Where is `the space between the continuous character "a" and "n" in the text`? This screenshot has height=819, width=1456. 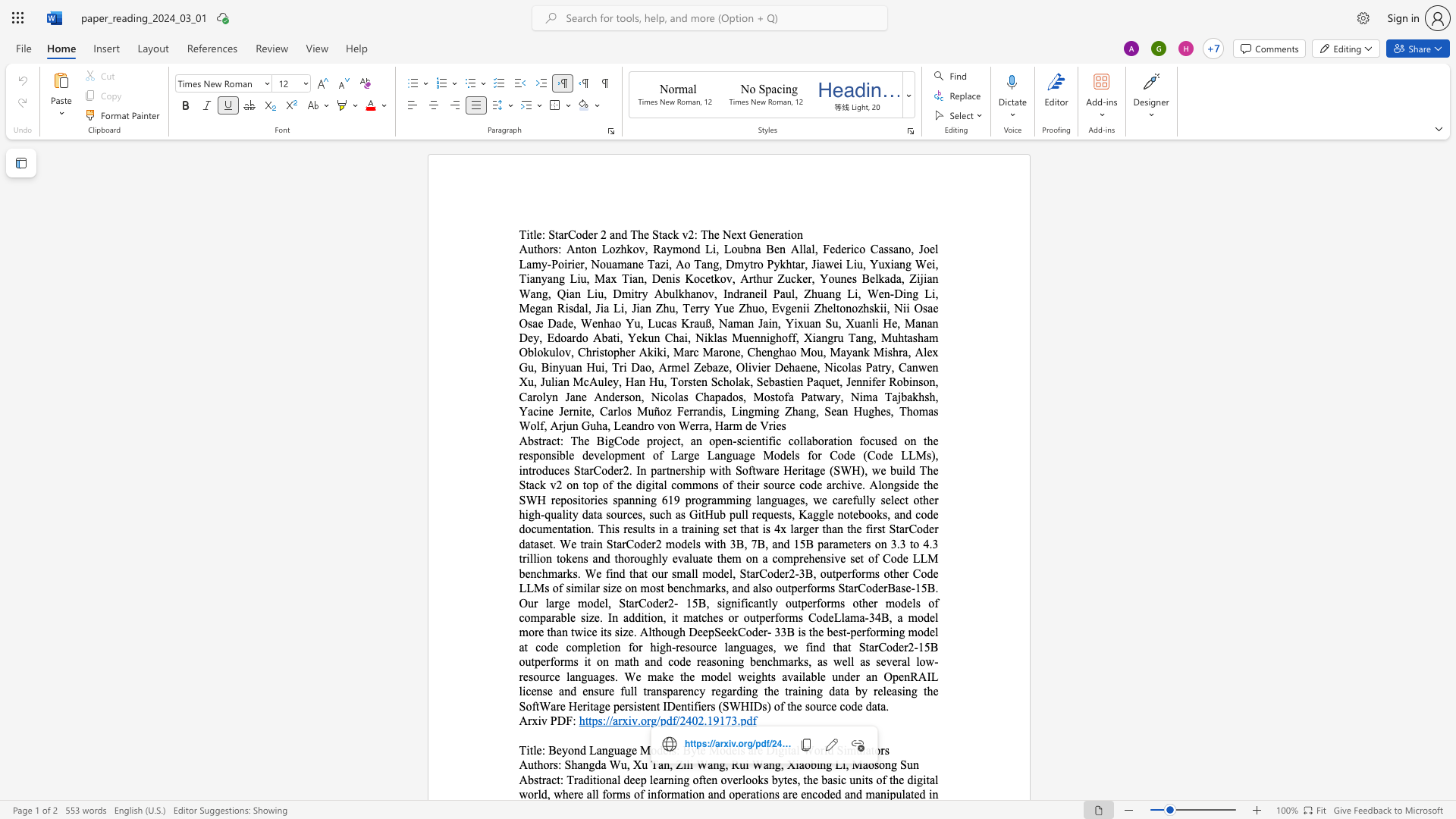 the space between the continuous character "a" and "n" in the text is located at coordinates (712, 764).